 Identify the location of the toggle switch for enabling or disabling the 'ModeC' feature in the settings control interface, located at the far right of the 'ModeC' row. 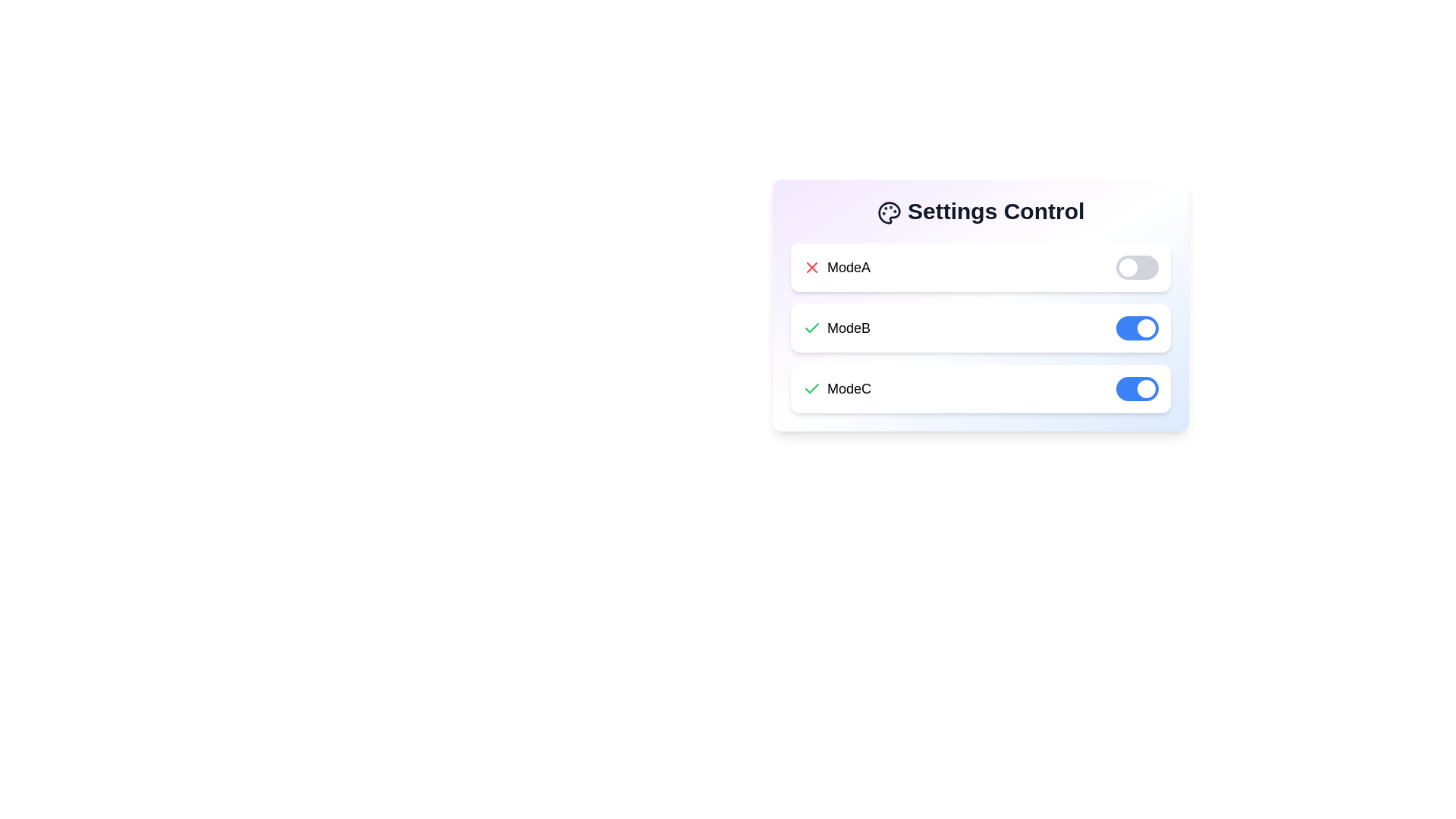
(1137, 388).